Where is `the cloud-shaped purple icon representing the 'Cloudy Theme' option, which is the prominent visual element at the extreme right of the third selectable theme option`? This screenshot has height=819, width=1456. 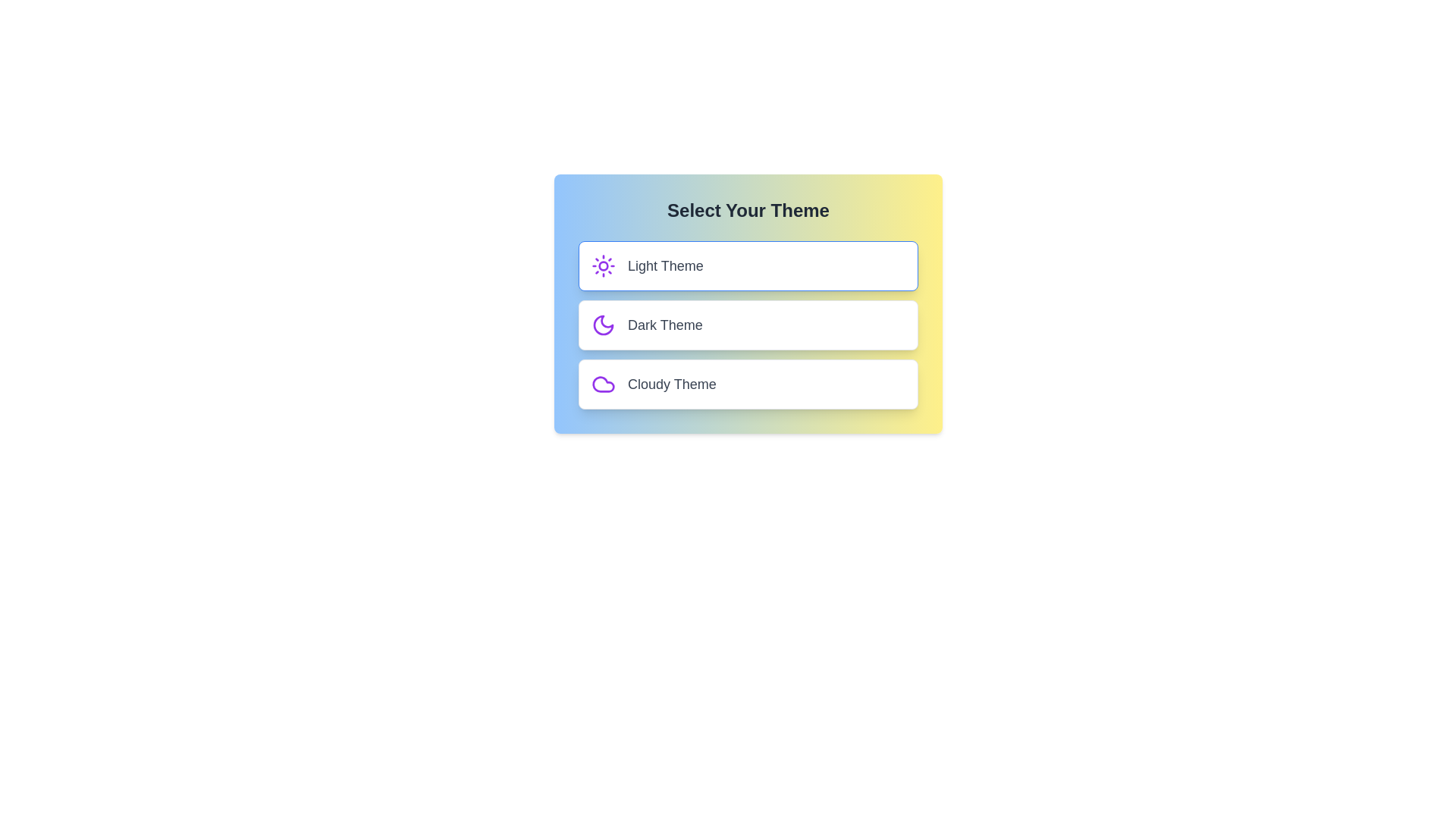
the cloud-shaped purple icon representing the 'Cloudy Theme' option, which is the prominent visual element at the extreme right of the third selectable theme option is located at coordinates (603, 383).